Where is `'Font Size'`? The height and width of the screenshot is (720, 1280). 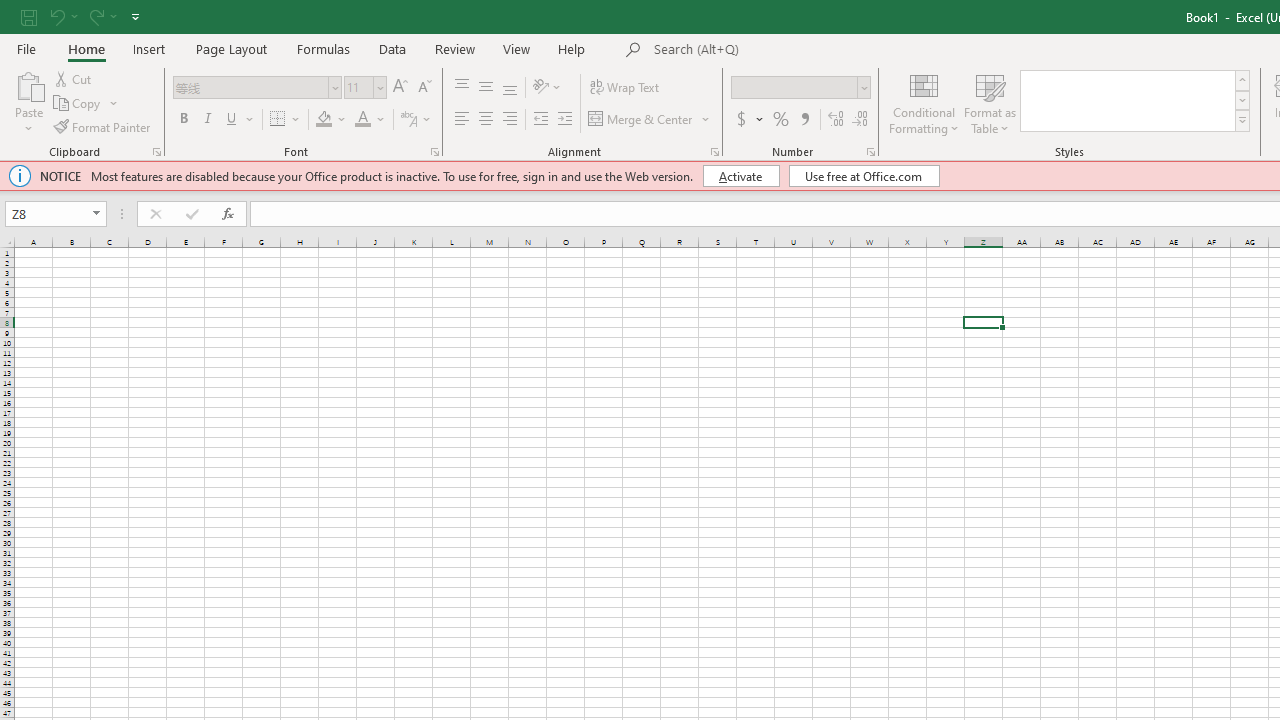
'Font Size' is located at coordinates (359, 86).